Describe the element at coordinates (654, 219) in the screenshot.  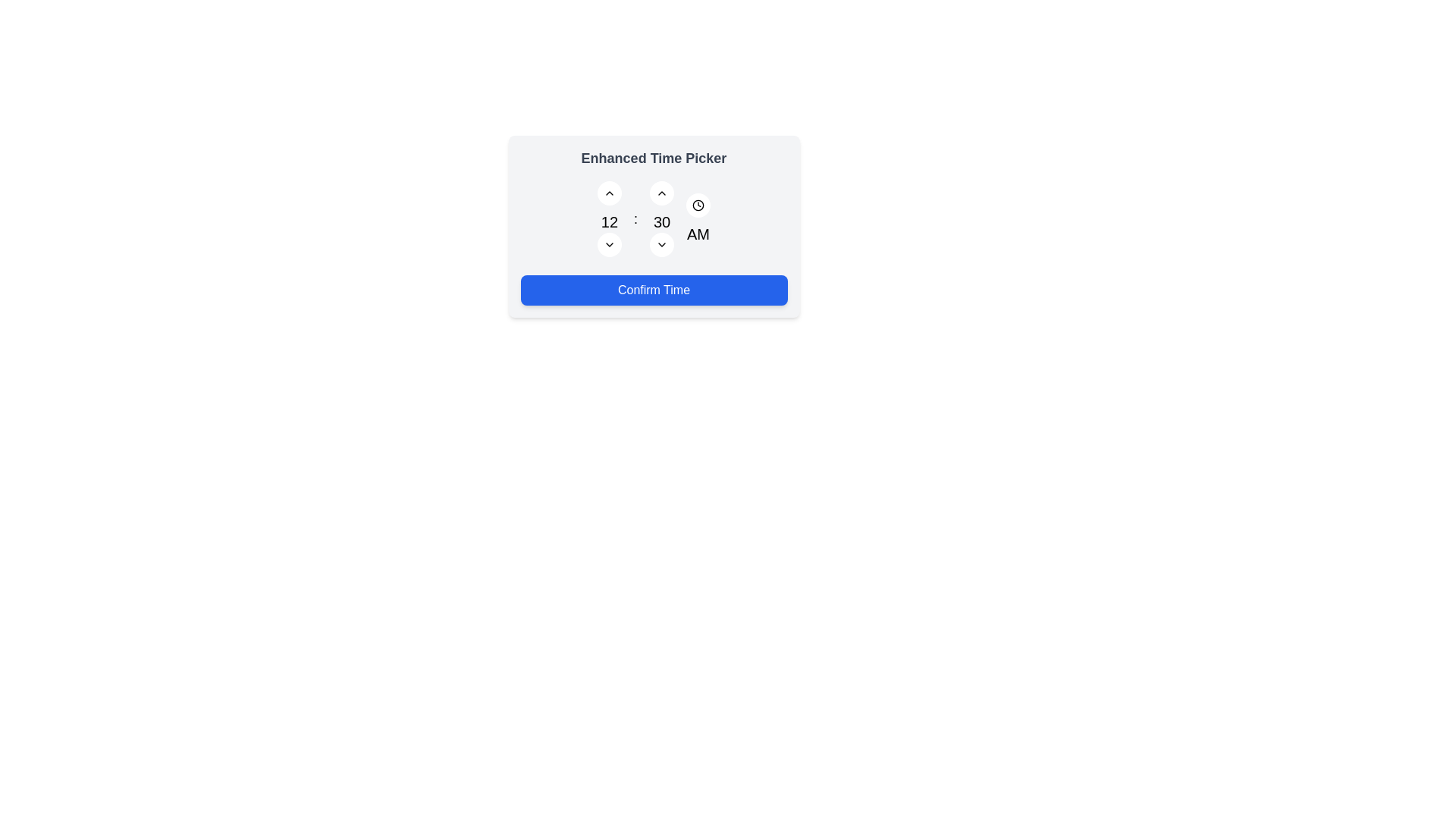
I see `displayed time from the central time display in the time picker interface, which shows the current selected time including hours, minutes, and AM/PM designation` at that location.